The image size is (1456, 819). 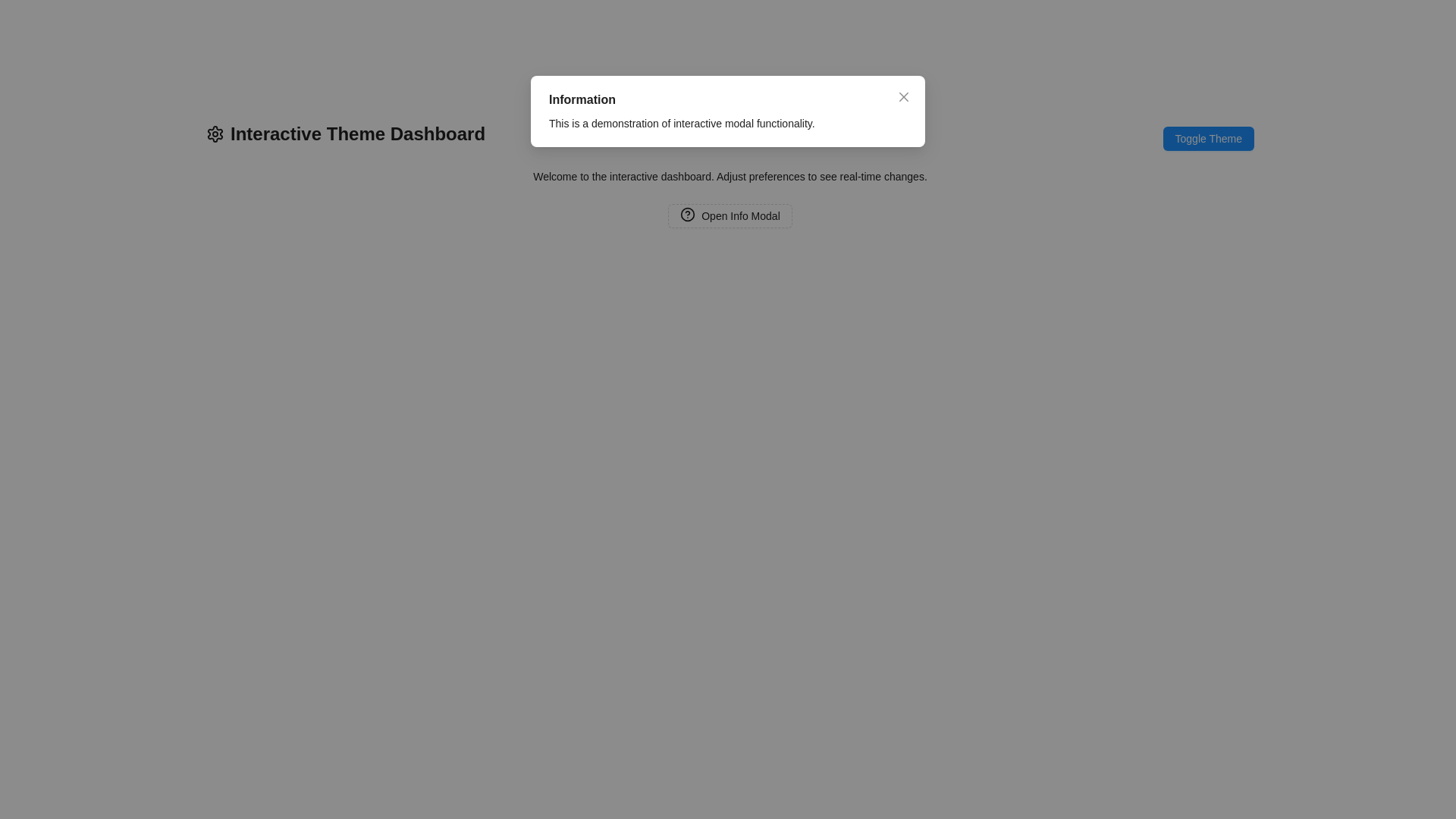 What do you see at coordinates (345, 133) in the screenshot?
I see `the Header text with an accompanying icon, which serves as the title or header for the dashboard and is located in the top-left corner of the interface` at bounding box center [345, 133].